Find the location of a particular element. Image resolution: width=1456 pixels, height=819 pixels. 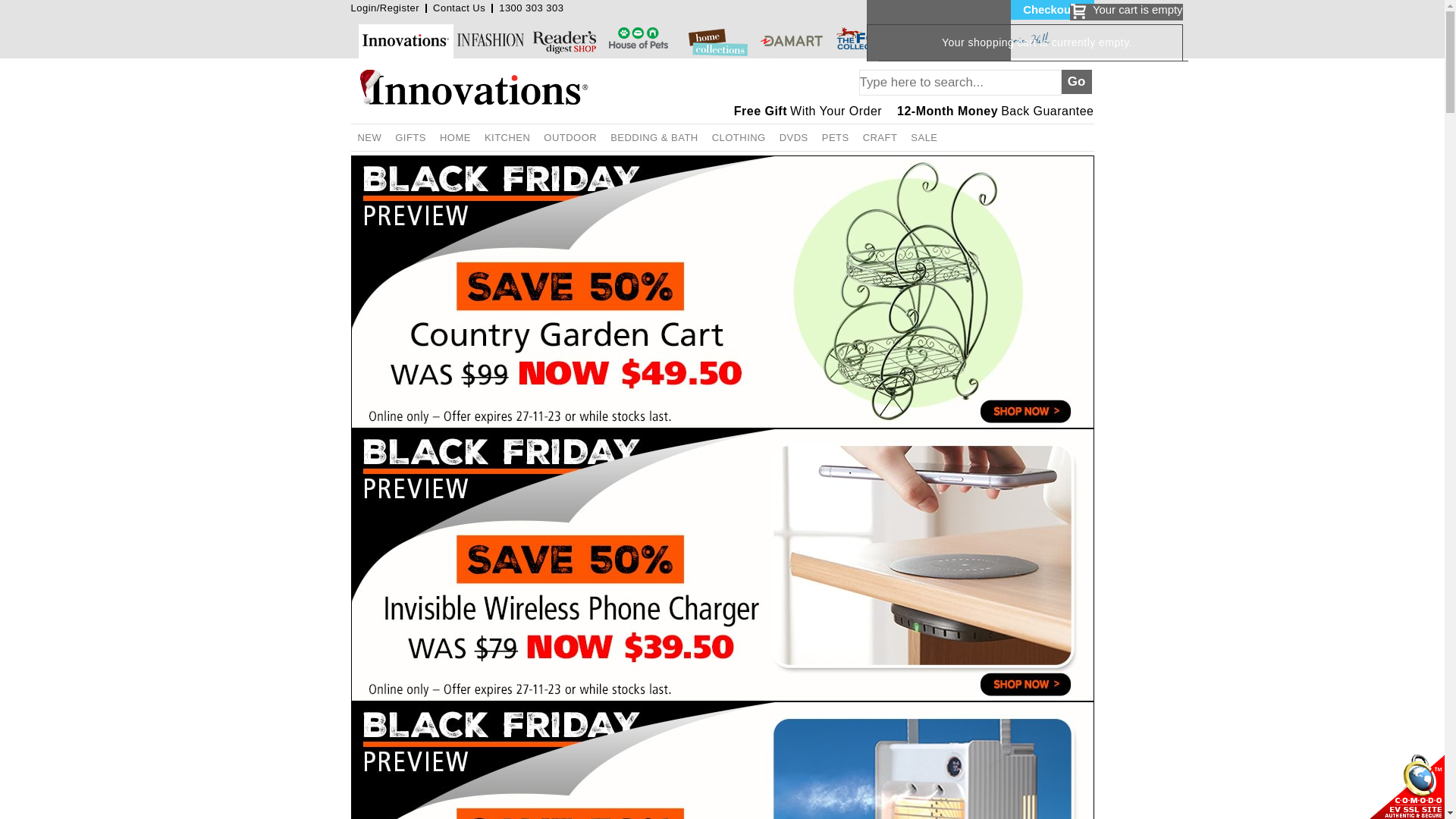

'CLOTHING' is located at coordinates (704, 137).